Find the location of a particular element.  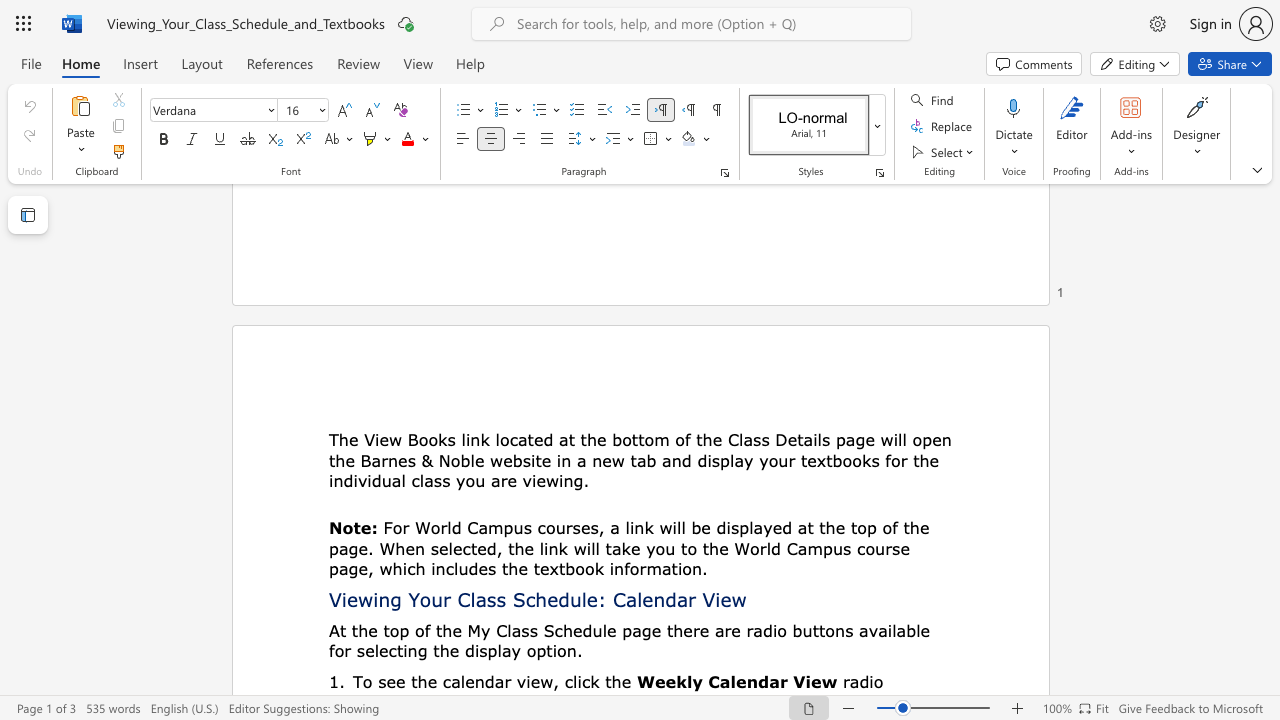

the subset text "nk" within the text "The View Books link" is located at coordinates (469, 438).